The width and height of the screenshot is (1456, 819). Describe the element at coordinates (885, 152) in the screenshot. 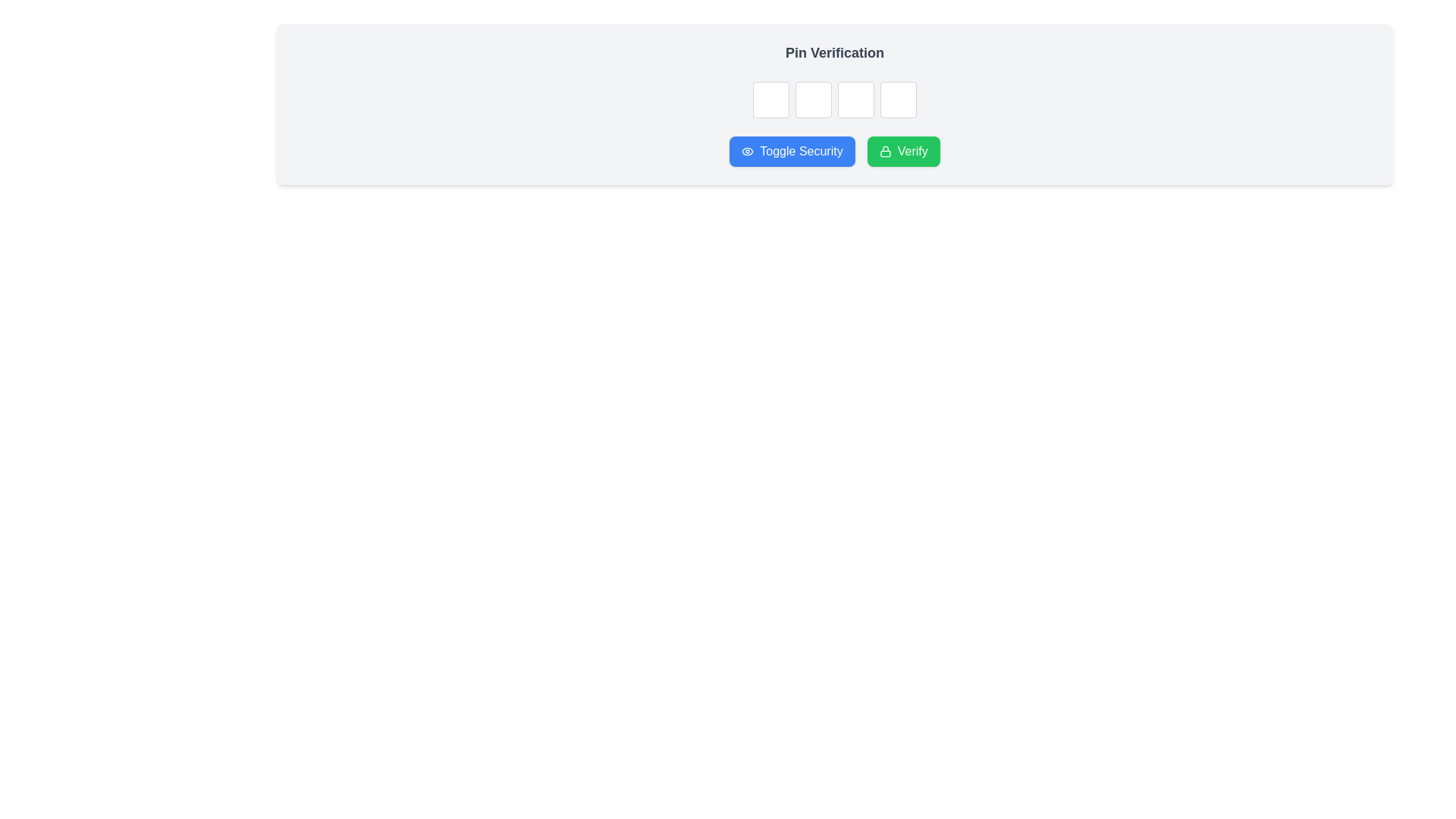

I see `the padlock icon located within the green 'Verify' button, positioned to the left of the 'Verify' text label` at that location.